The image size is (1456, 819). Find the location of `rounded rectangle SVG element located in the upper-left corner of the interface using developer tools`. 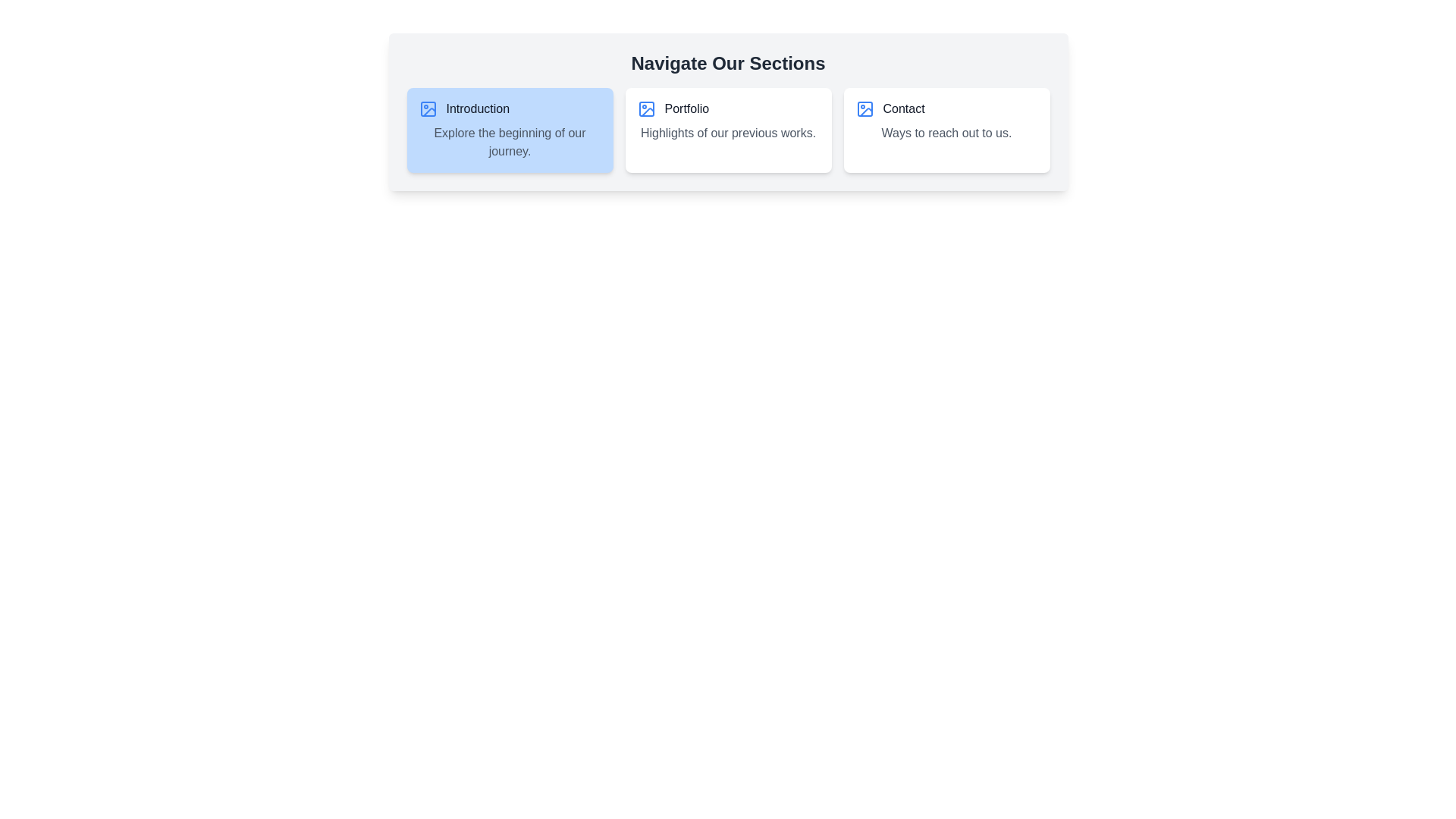

rounded rectangle SVG element located in the upper-left corner of the interface using developer tools is located at coordinates (864, 108).